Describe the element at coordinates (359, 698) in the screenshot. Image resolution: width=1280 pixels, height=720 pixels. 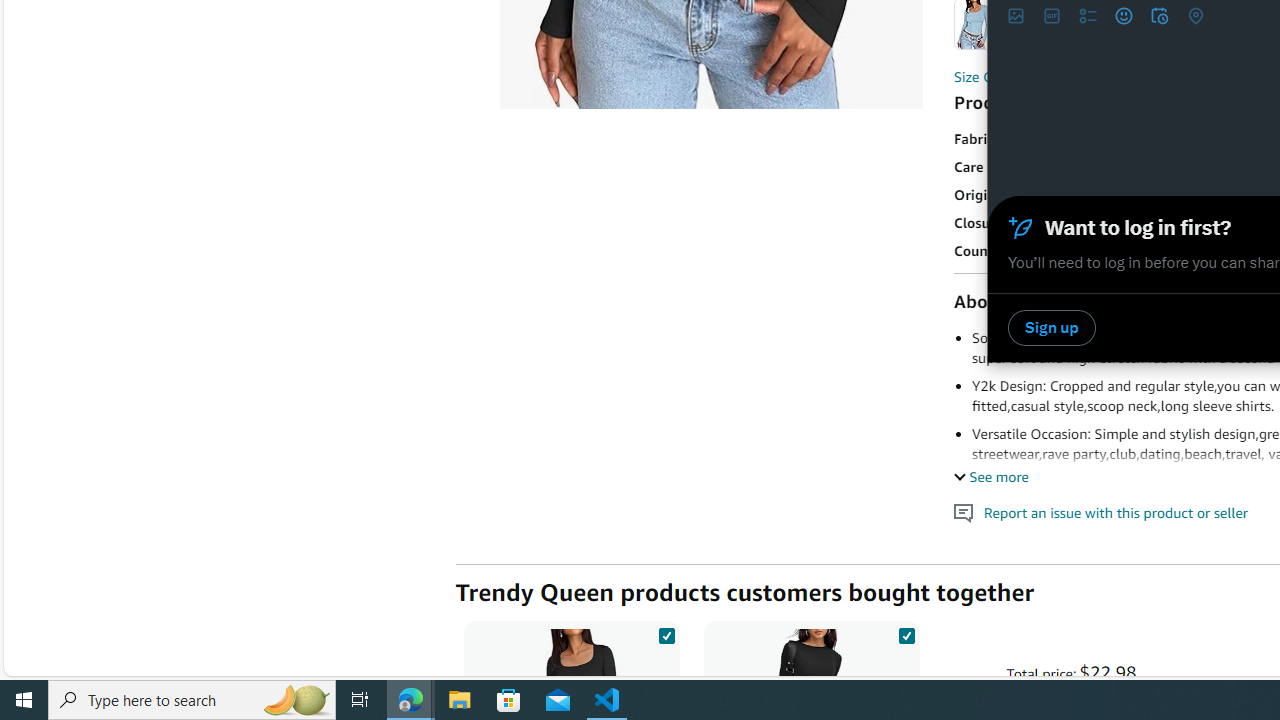
I see `'Task View'` at that location.